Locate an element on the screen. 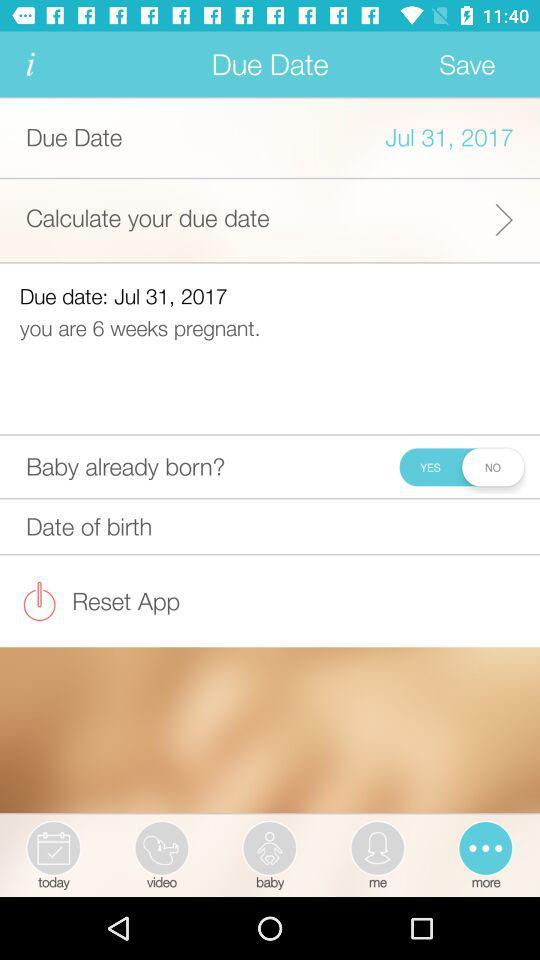  yes or no is located at coordinates (461, 466).